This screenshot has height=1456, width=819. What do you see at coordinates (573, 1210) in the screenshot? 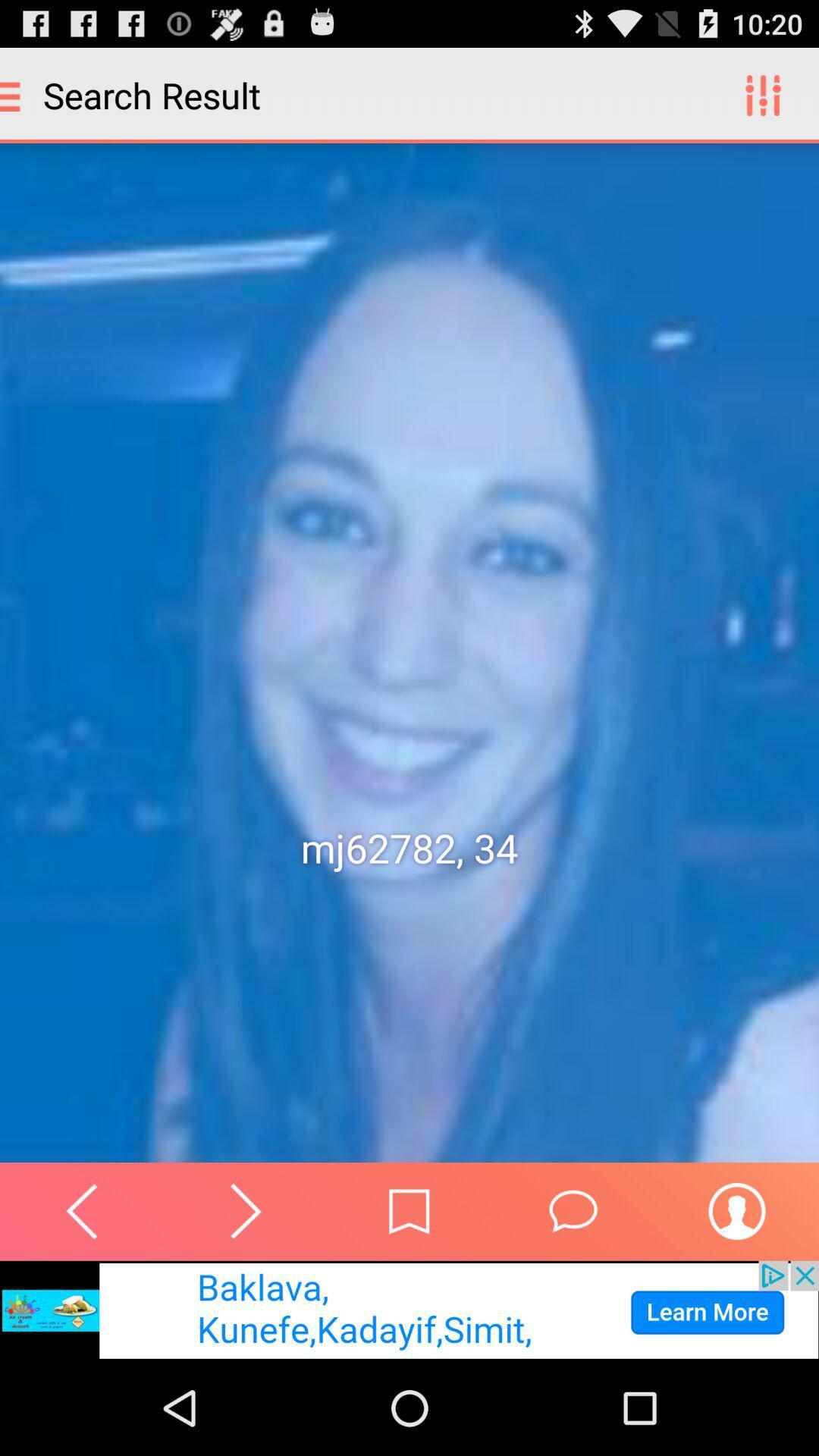
I see `the chat option` at bounding box center [573, 1210].